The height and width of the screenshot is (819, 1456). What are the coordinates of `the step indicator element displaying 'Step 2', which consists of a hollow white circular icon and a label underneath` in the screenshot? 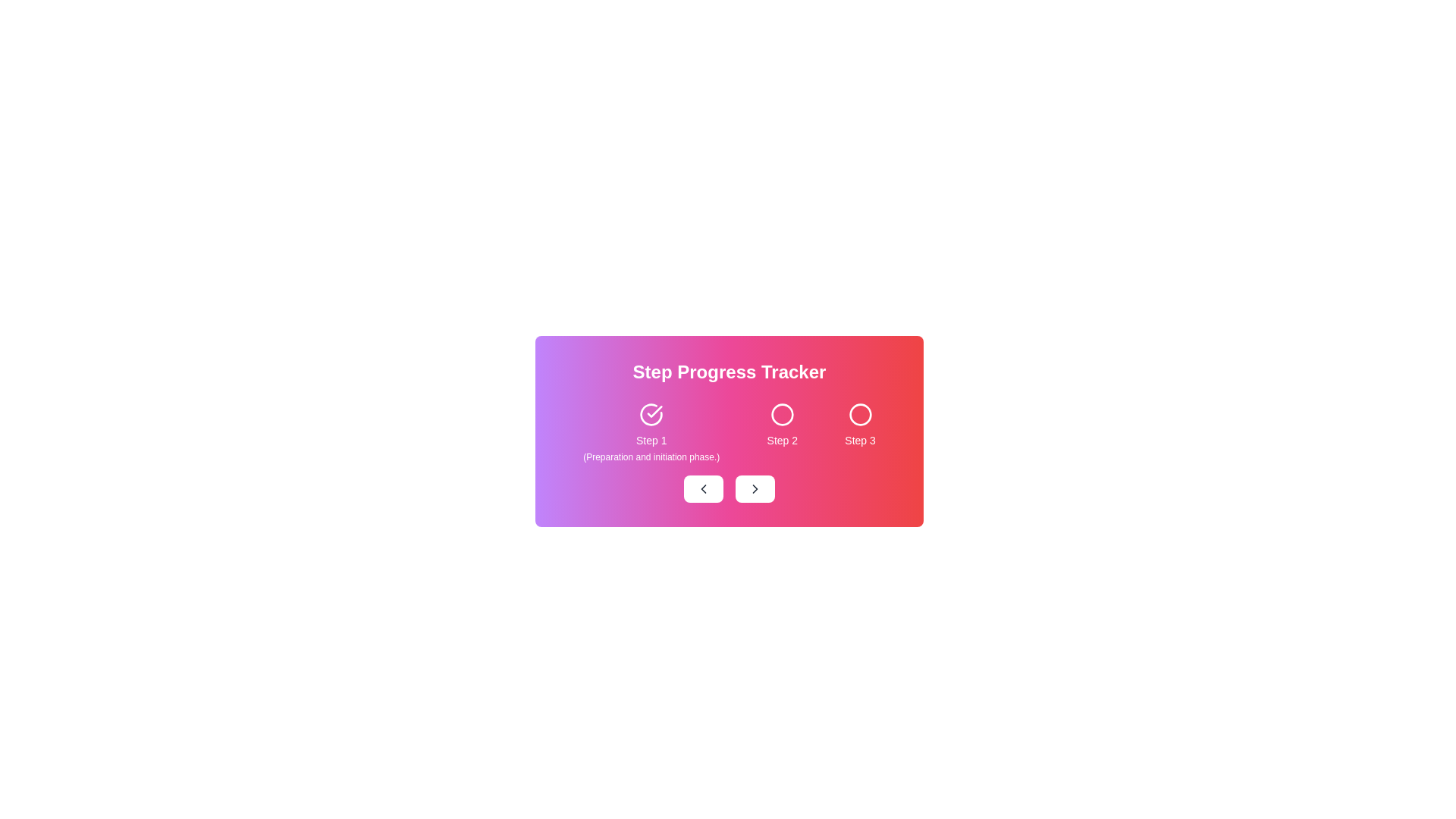 It's located at (782, 432).